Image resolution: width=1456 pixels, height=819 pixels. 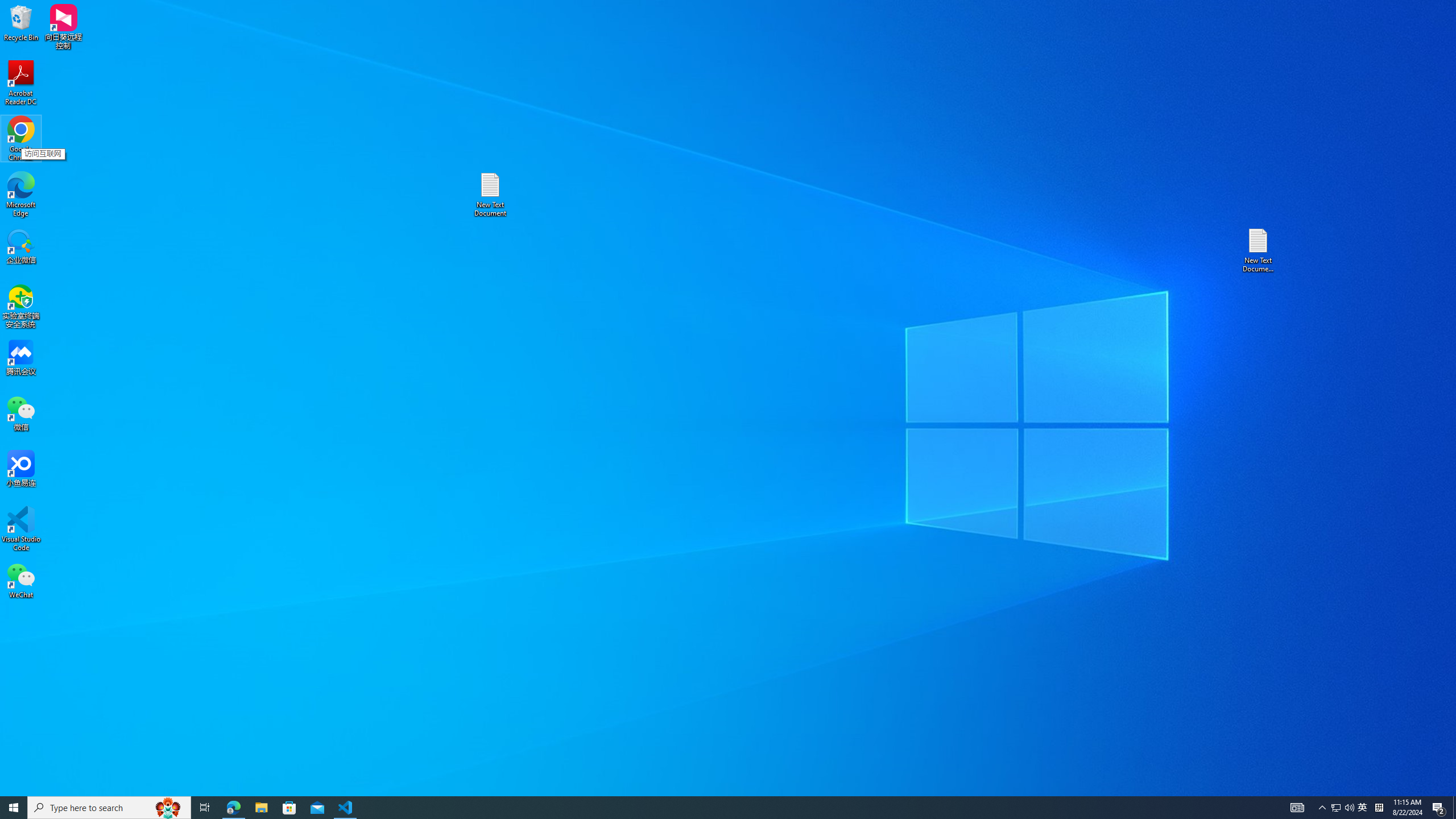 I want to click on 'Start', so click(x=14, y=806).